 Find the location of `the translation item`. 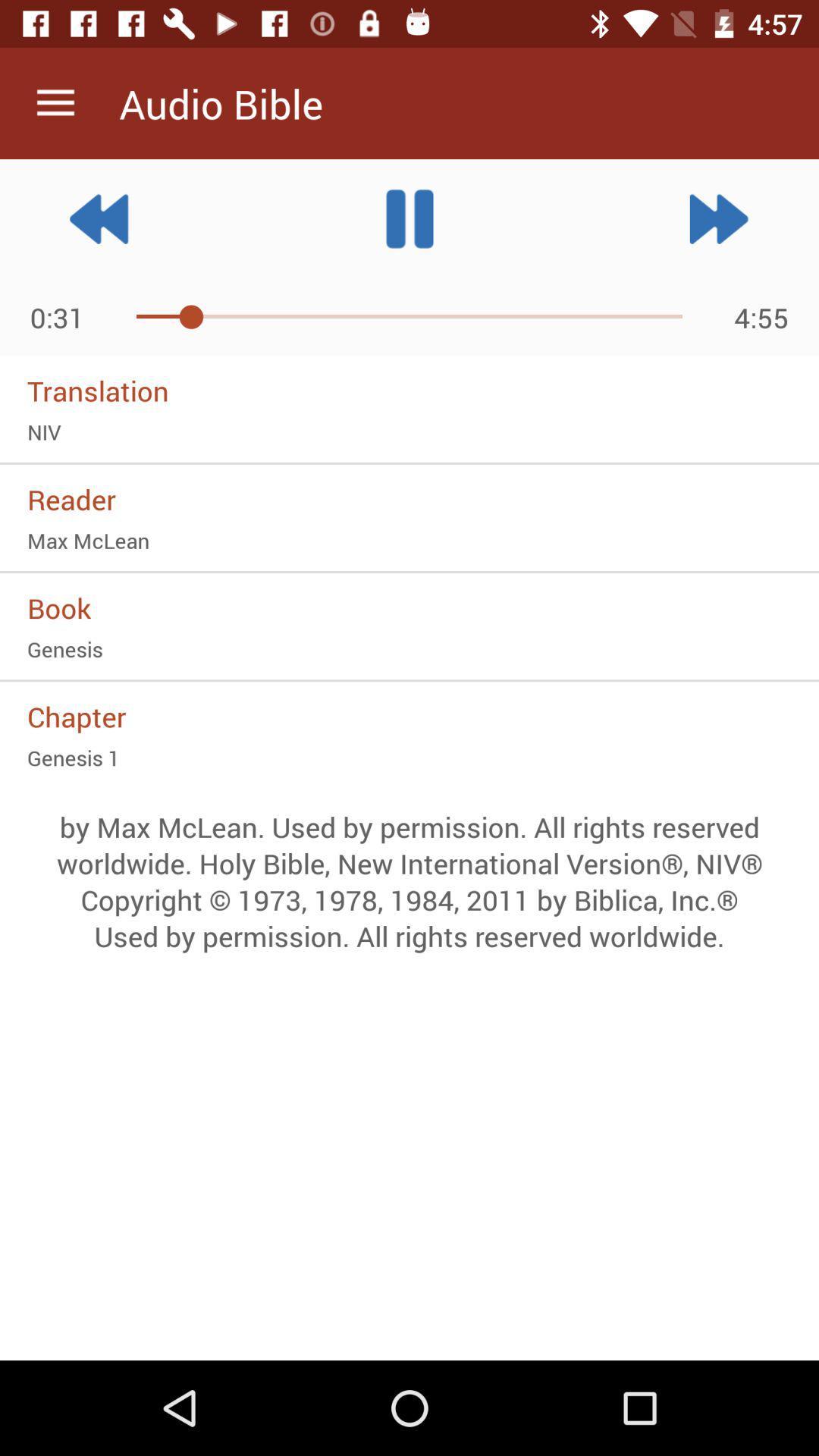

the translation item is located at coordinates (409, 391).